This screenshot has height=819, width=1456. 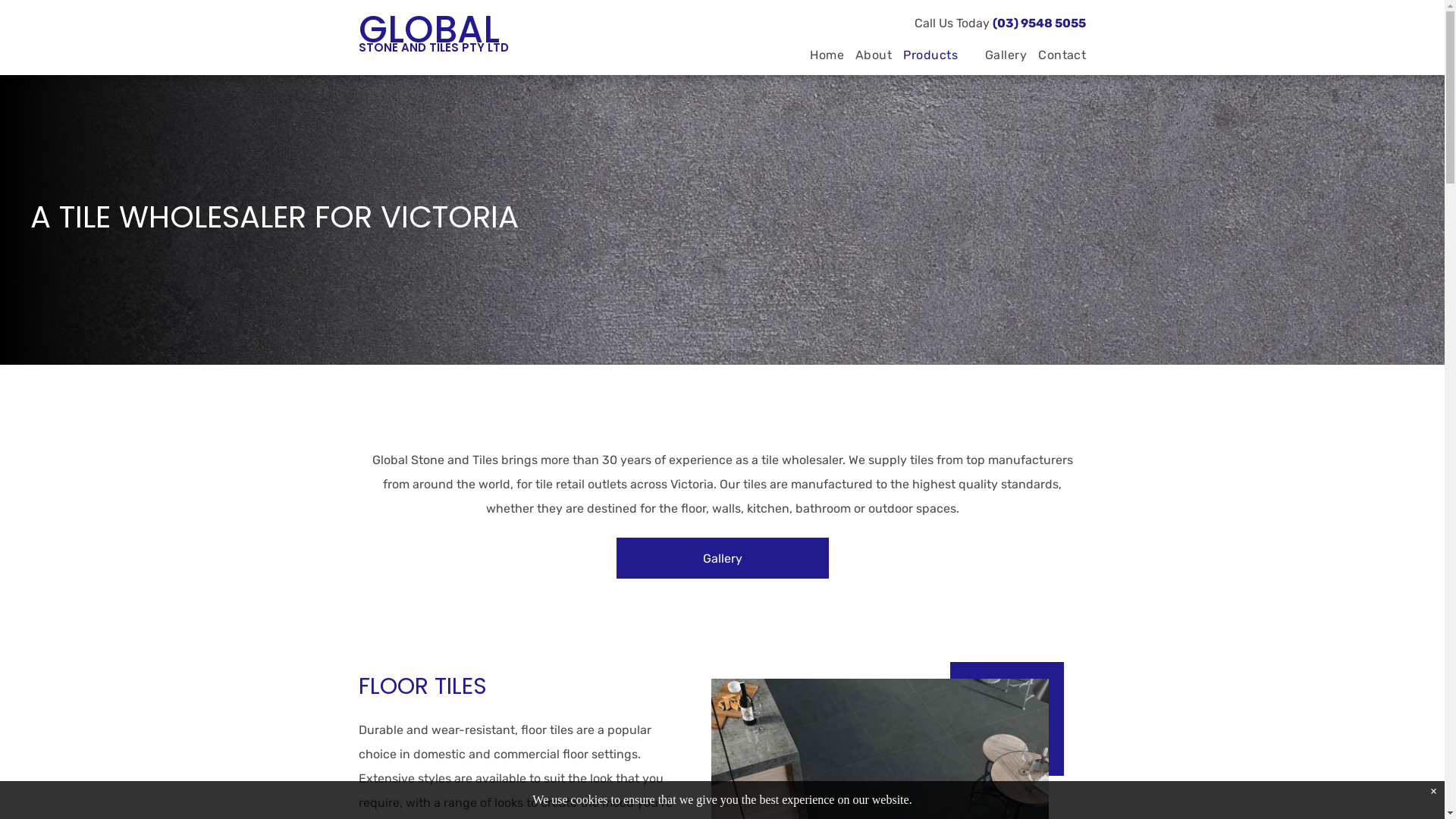 I want to click on 'Gallery', so click(x=1000, y=55).